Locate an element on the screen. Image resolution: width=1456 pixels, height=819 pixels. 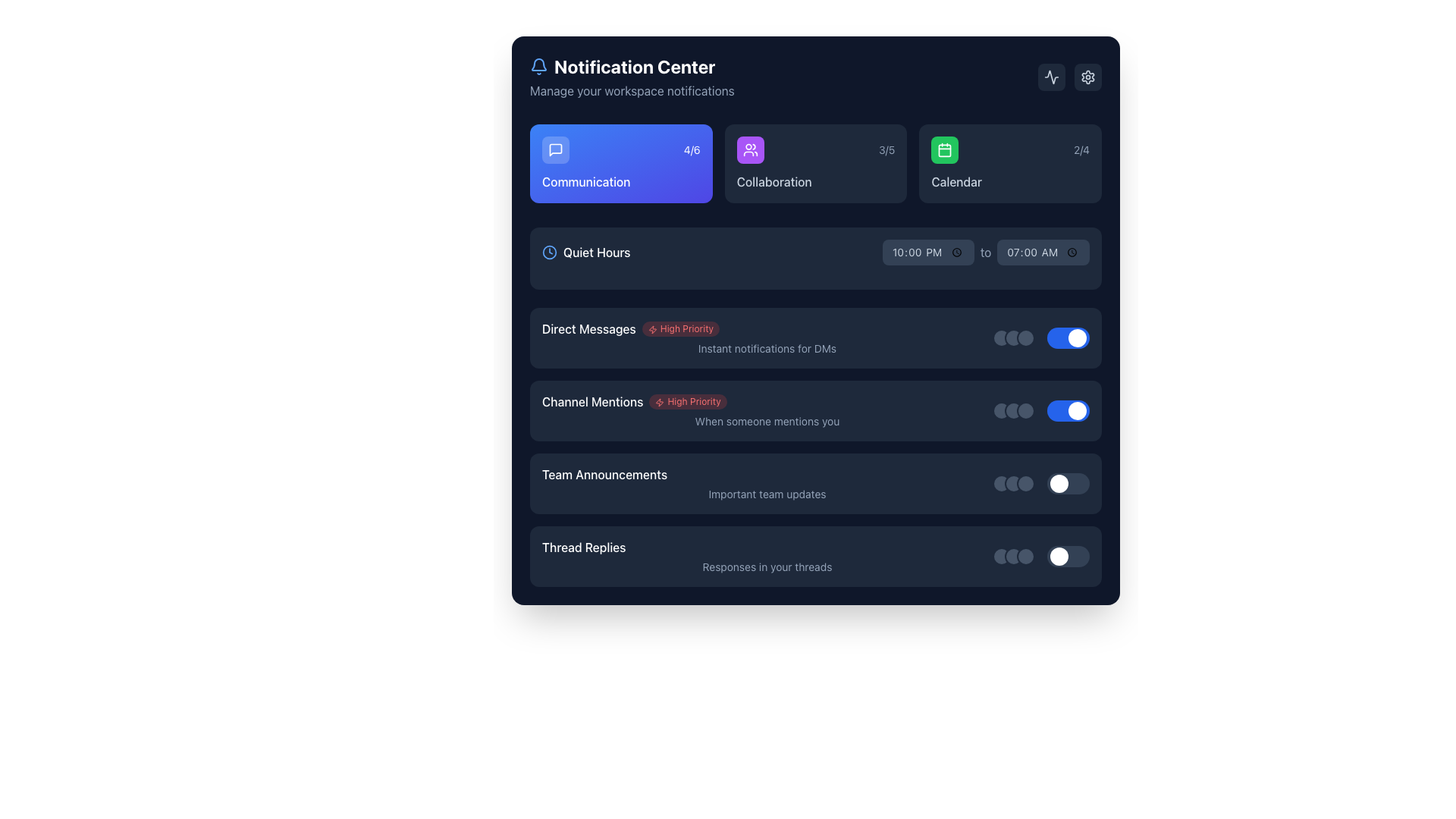
the toggle switch on the 'Thread Replies' option in the Notification Center to switch it on or off is located at coordinates (1040, 556).